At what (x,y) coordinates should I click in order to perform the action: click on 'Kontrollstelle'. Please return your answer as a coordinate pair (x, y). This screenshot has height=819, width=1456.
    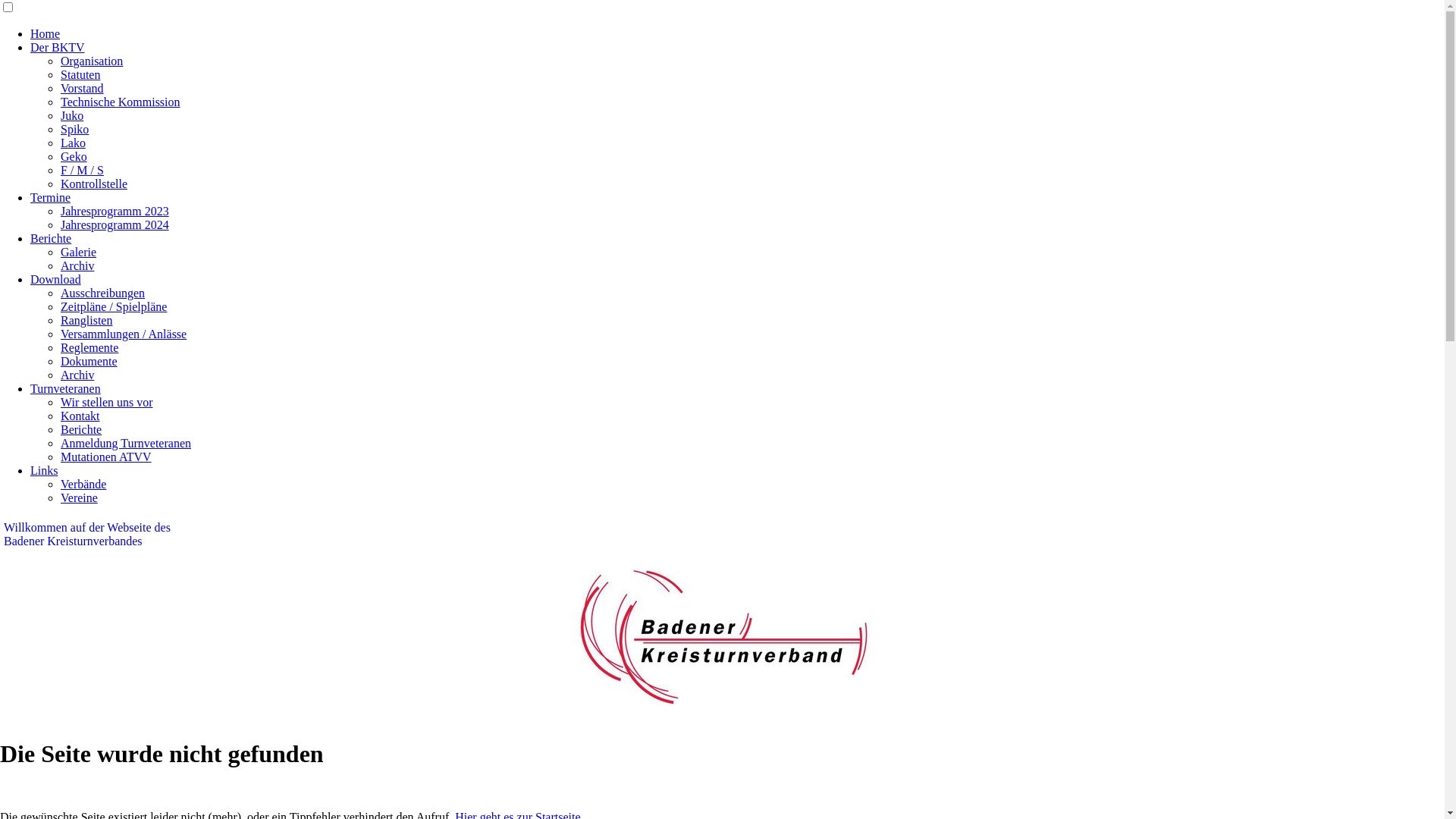
    Looking at the image, I should click on (93, 183).